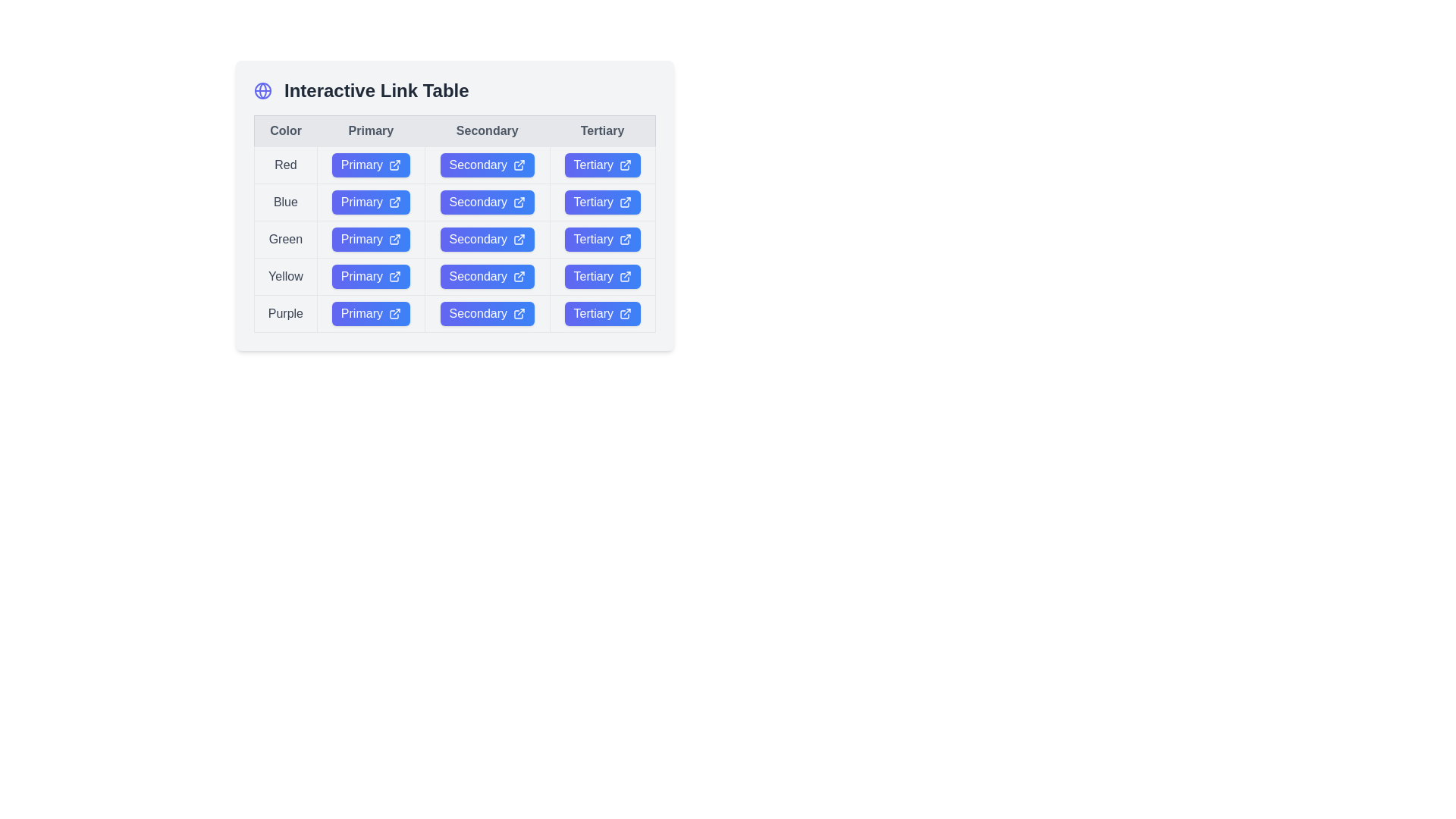  Describe the element at coordinates (262, 90) in the screenshot. I see `the indigo globe icon located in the header section titled 'Interactive Link Table', which is positioned at the top-left corner of the interface` at that location.